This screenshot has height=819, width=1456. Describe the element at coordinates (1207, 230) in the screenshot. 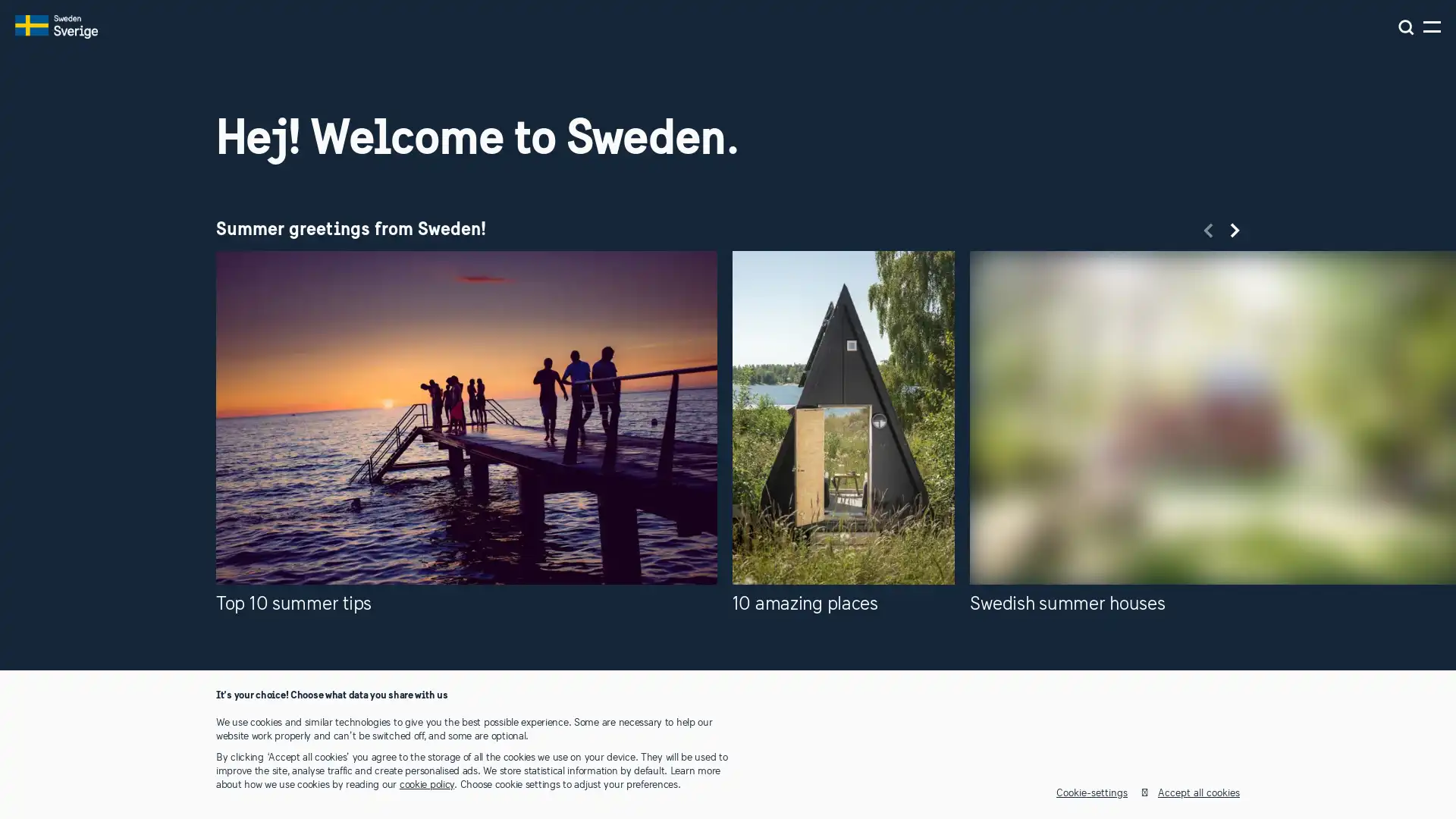

I see `Previous slide` at that location.